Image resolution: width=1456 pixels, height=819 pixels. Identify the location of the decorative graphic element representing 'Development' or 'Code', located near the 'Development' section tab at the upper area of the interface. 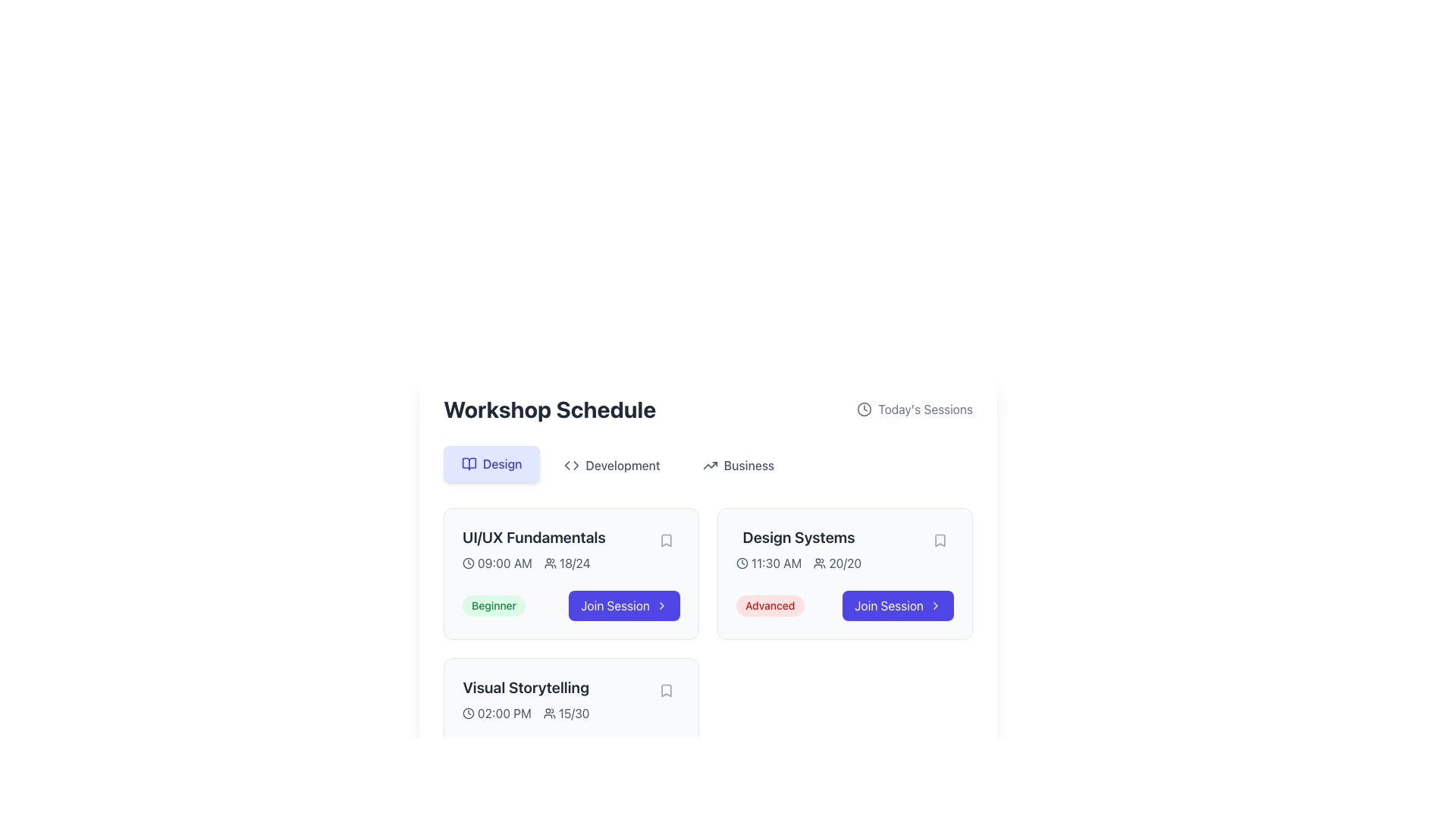
(566, 464).